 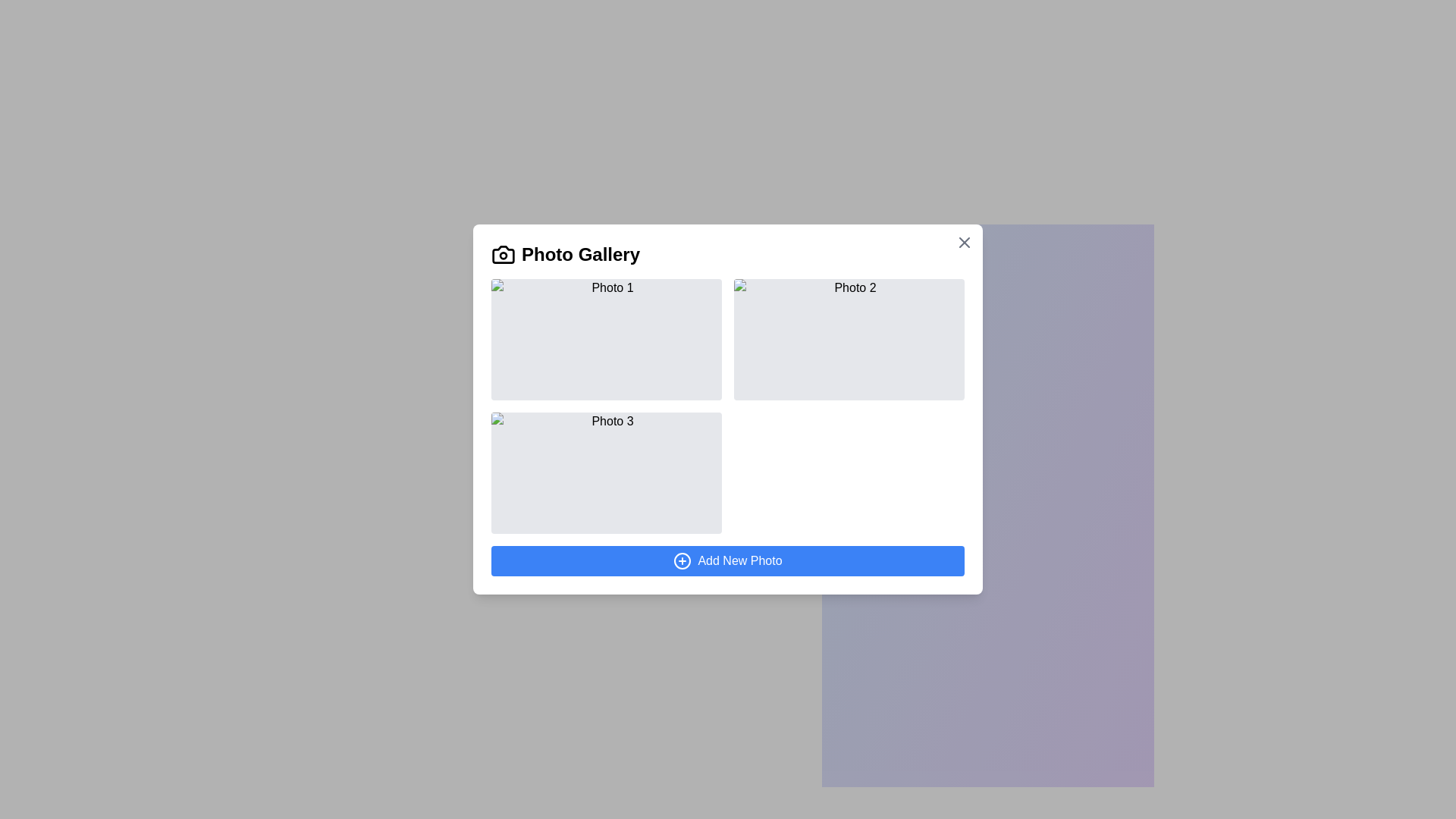 I want to click on the close button located, so click(x=964, y=242).